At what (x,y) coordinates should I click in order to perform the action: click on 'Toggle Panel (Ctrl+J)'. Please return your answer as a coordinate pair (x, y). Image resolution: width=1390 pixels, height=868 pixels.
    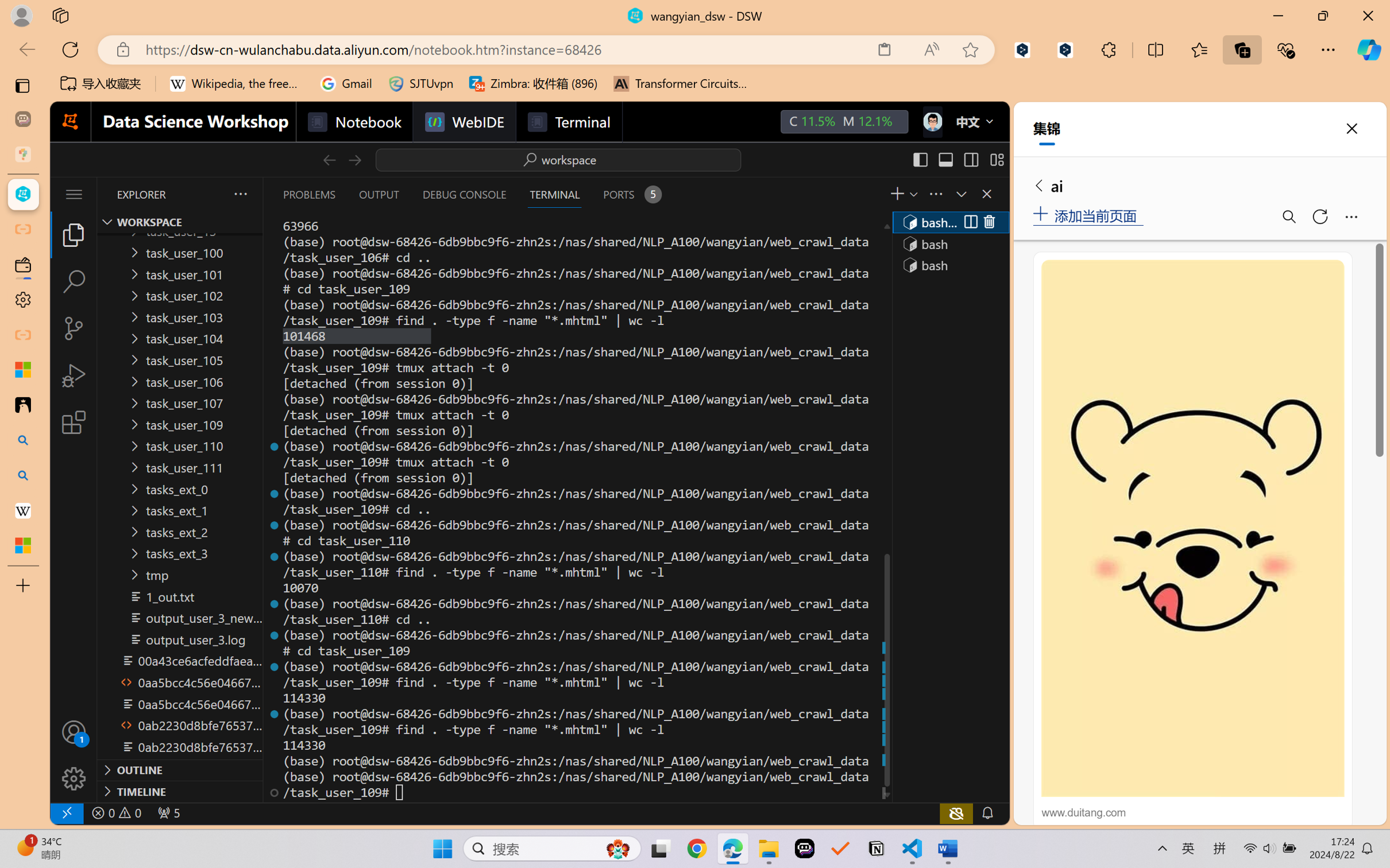
    Looking at the image, I should click on (945, 159).